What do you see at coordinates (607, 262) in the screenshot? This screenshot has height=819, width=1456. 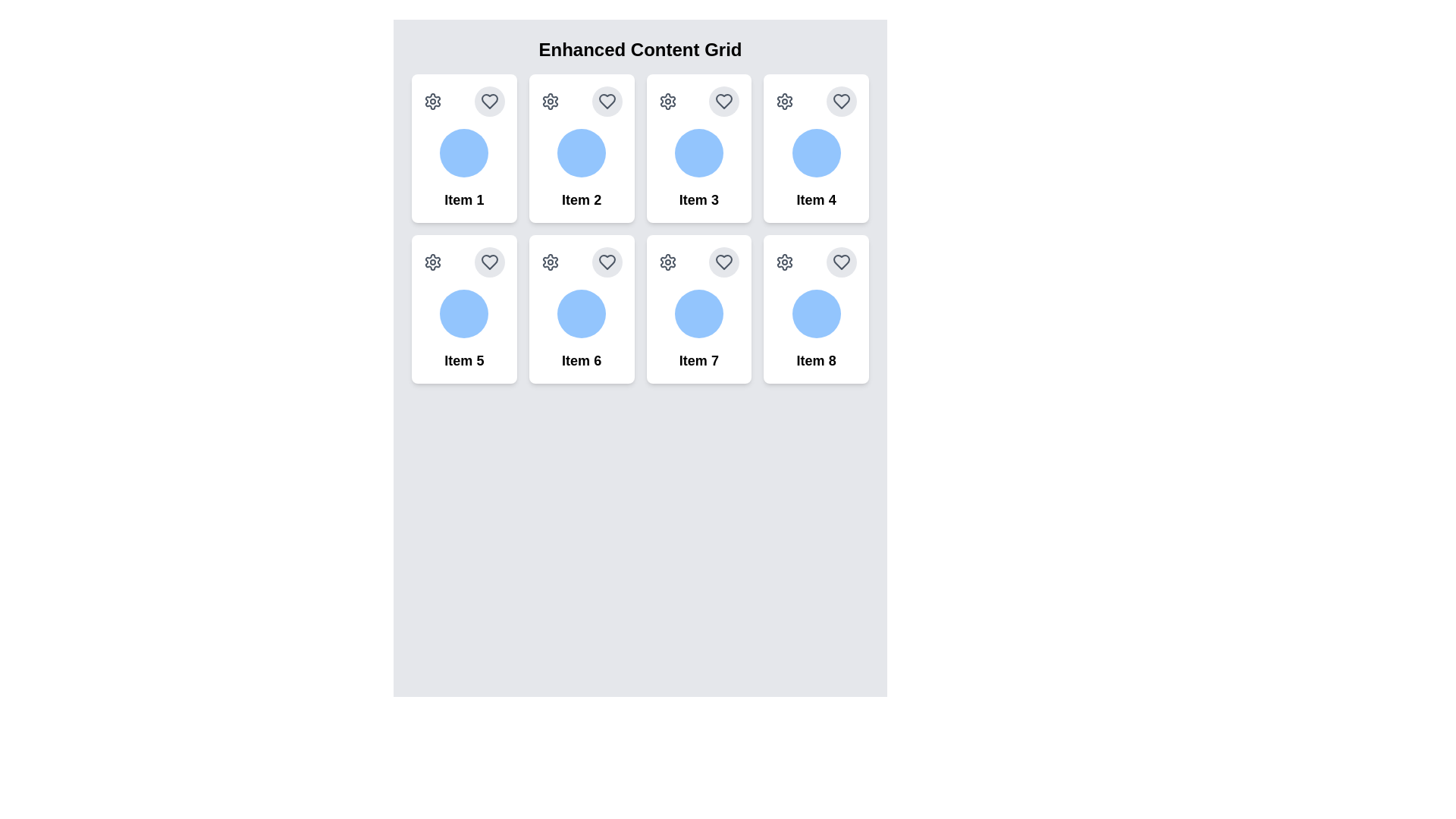 I see `the button in the top-right corner of the 'Item 6' card on the second row` at bounding box center [607, 262].